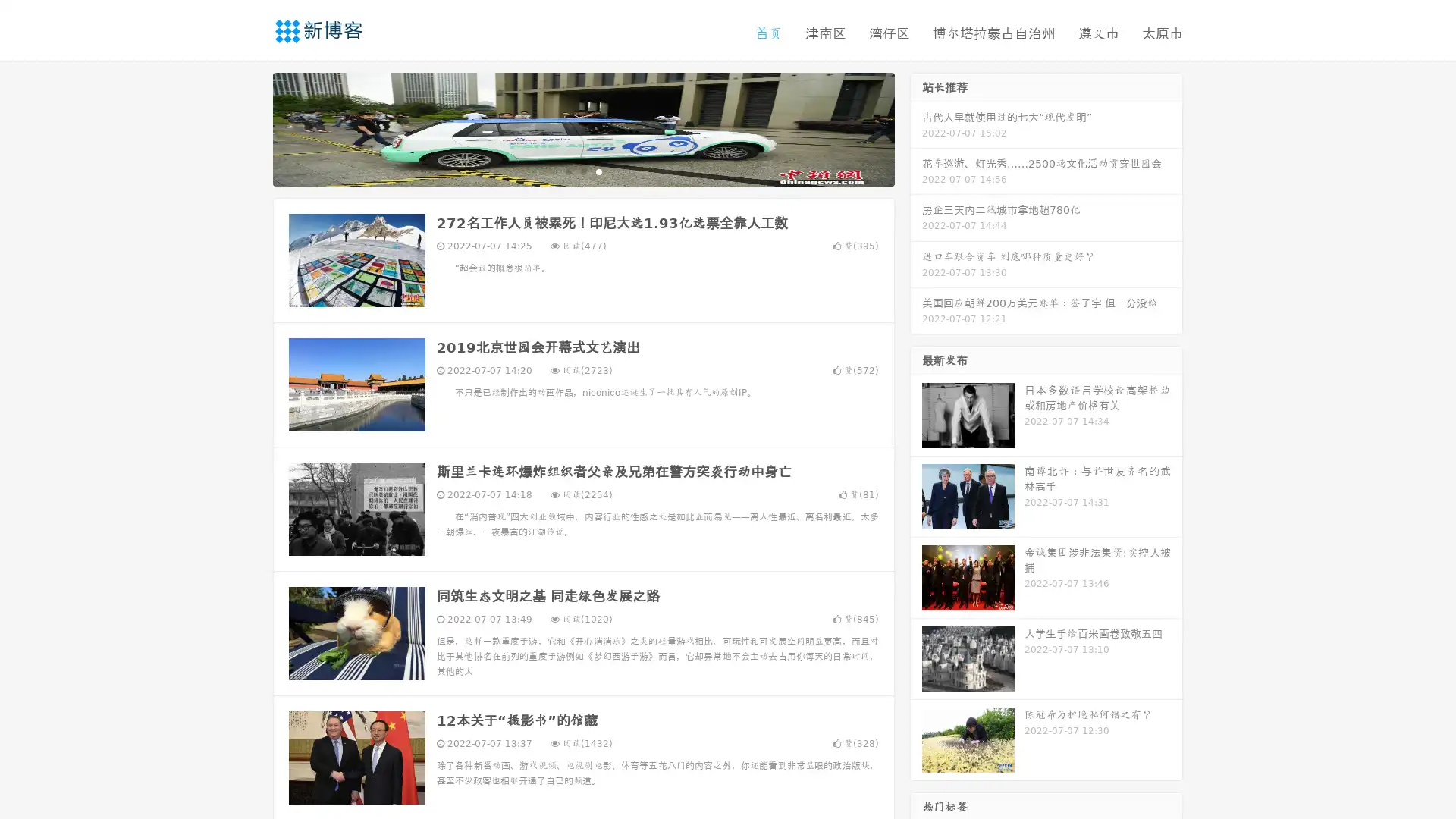 This screenshot has height=819, width=1456. What do you see at coordinates (250, 127) in the screenshot?
I see `Previous slide` at bounding box center [250, 127].